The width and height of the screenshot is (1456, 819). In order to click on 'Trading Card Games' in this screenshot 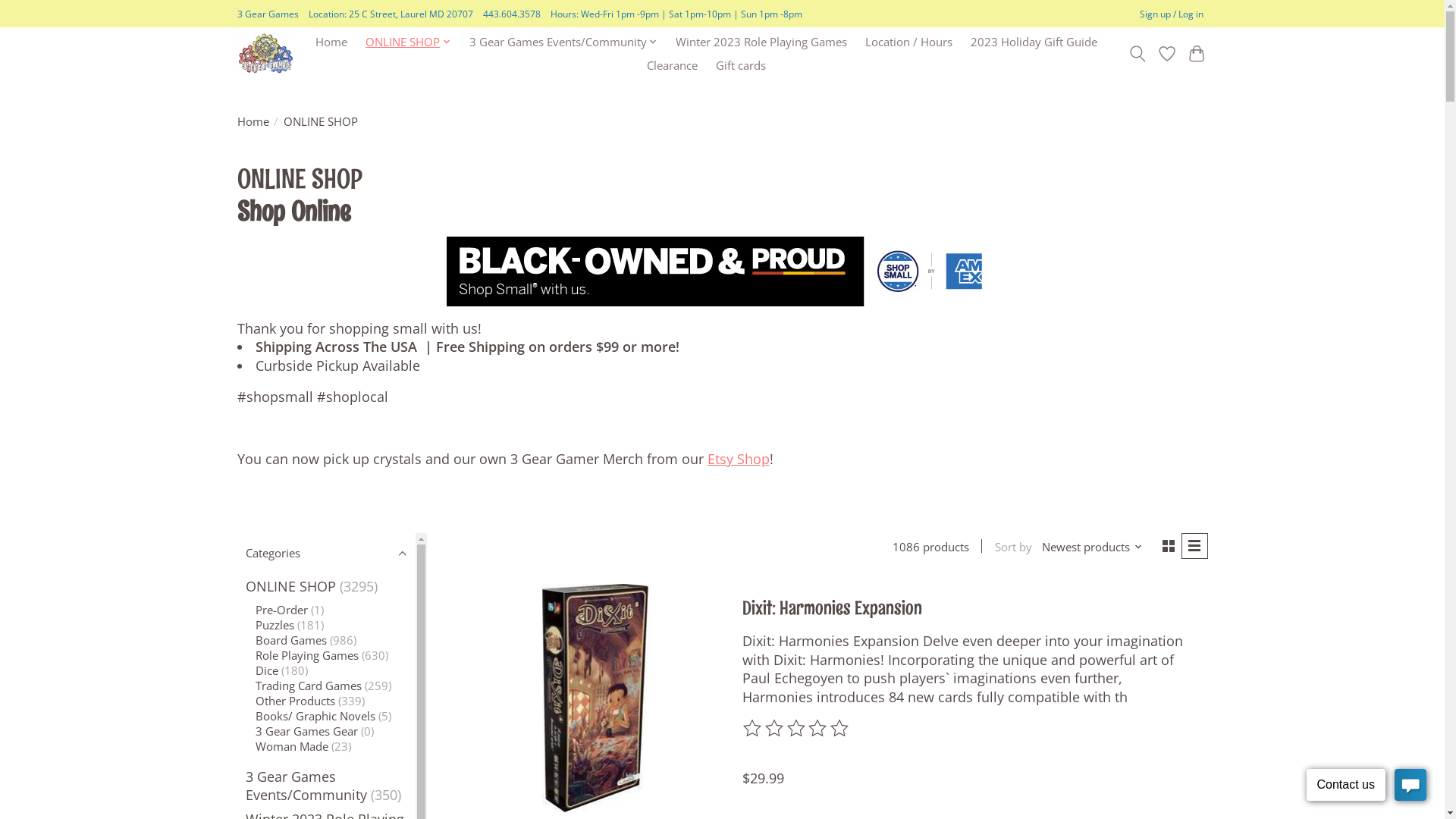, I will do `click(255, 685)`.